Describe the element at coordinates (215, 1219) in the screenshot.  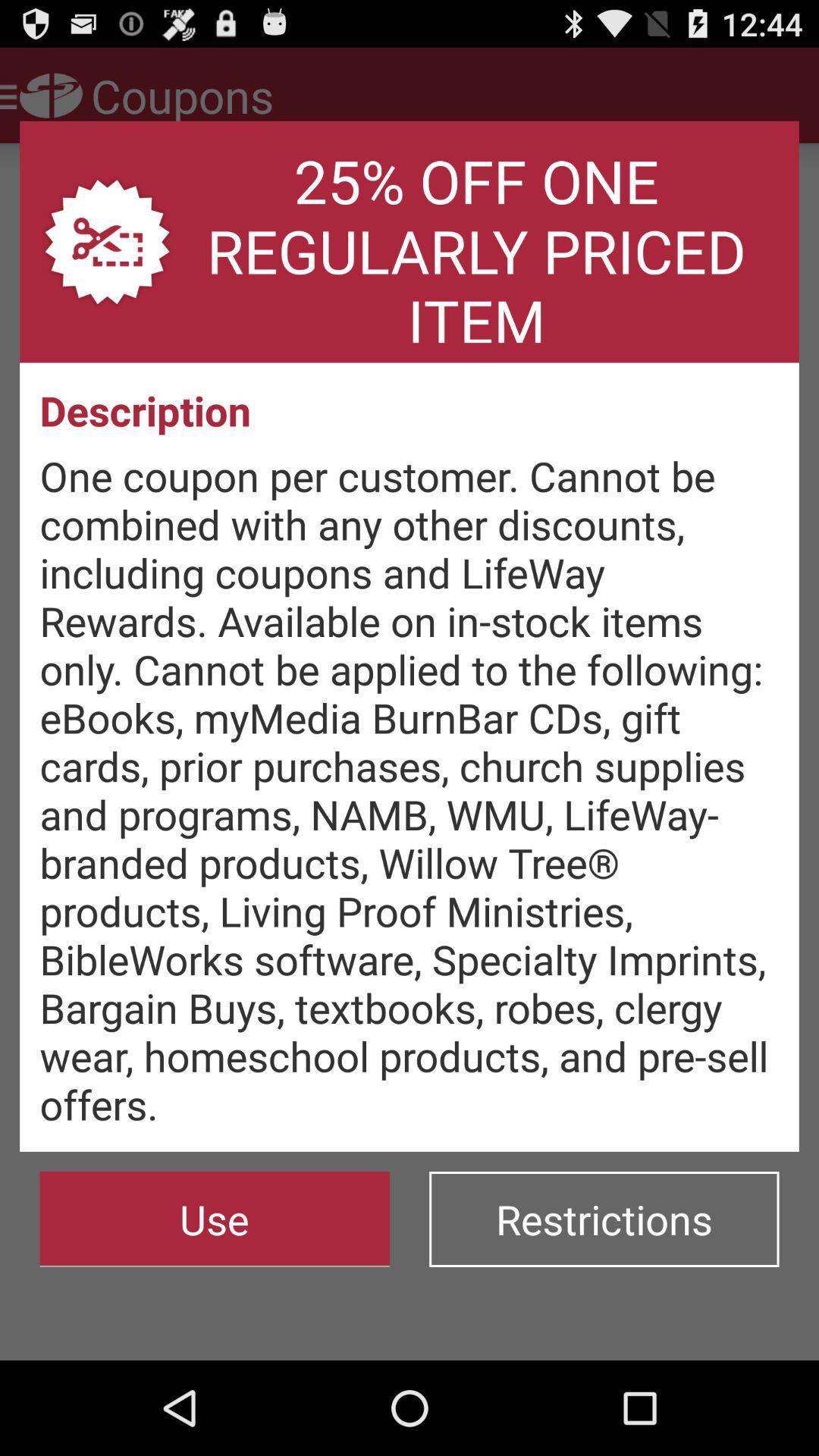
I see `the icon at the bottom left corner` at that location.